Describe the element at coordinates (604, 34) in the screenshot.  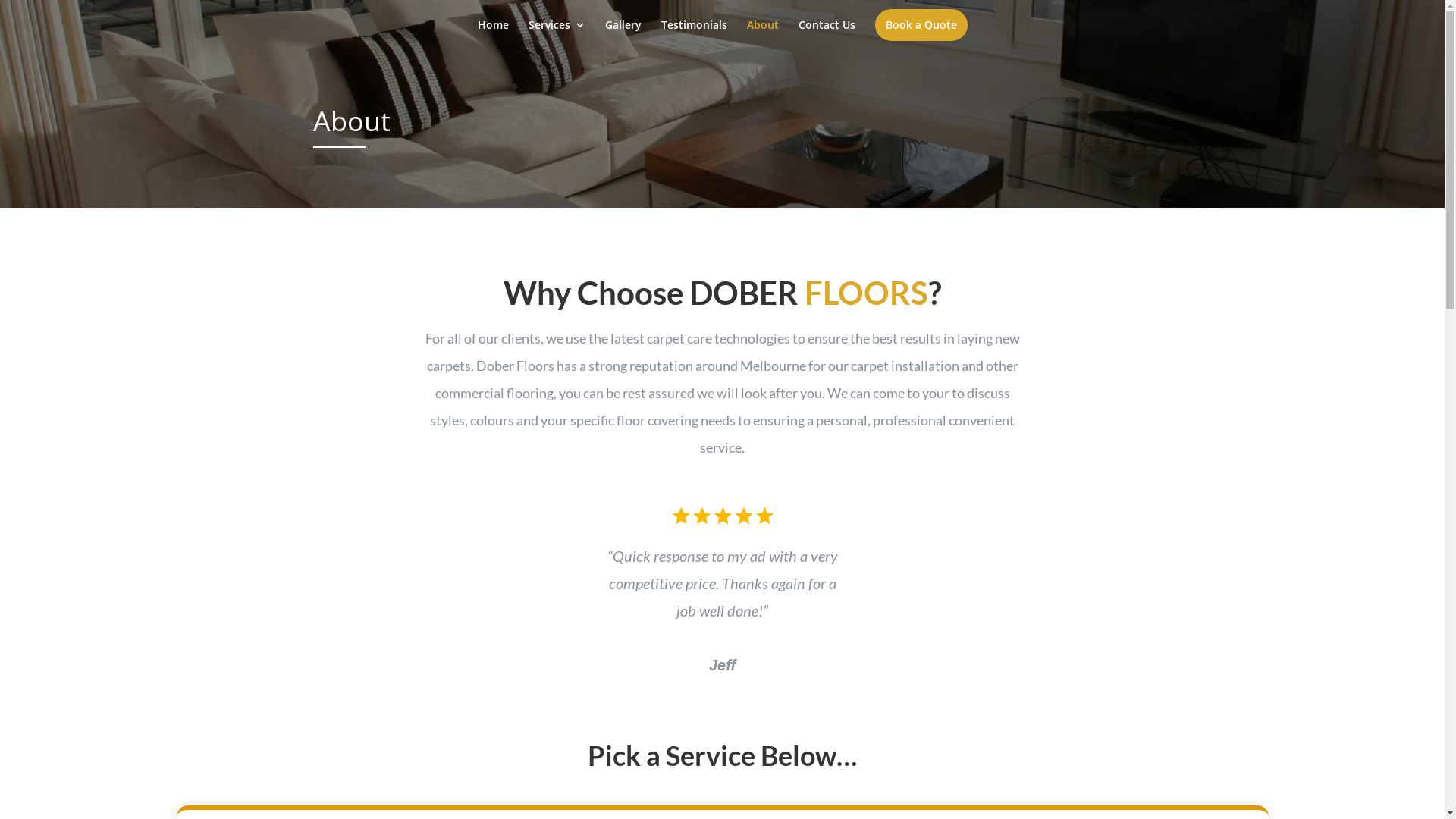
I see `'Gallery'` at that location.